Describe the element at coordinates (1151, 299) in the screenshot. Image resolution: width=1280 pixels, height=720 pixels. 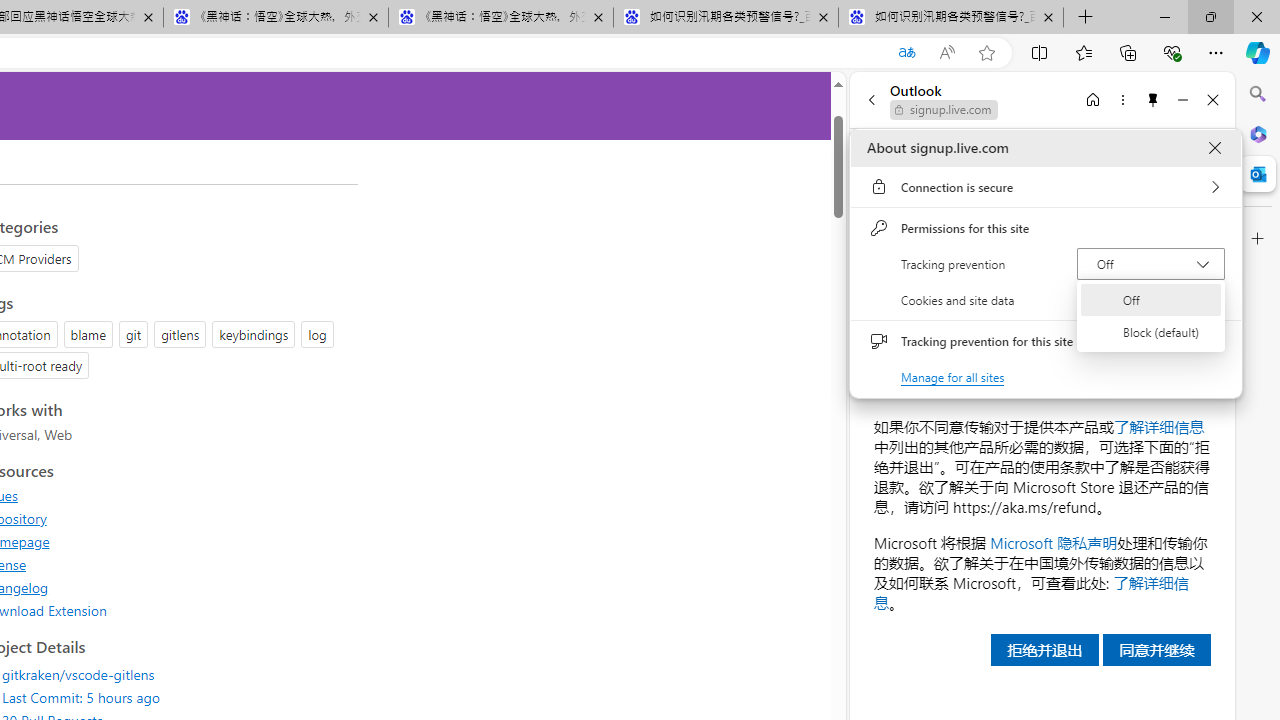
I see `'Off'` at that location.